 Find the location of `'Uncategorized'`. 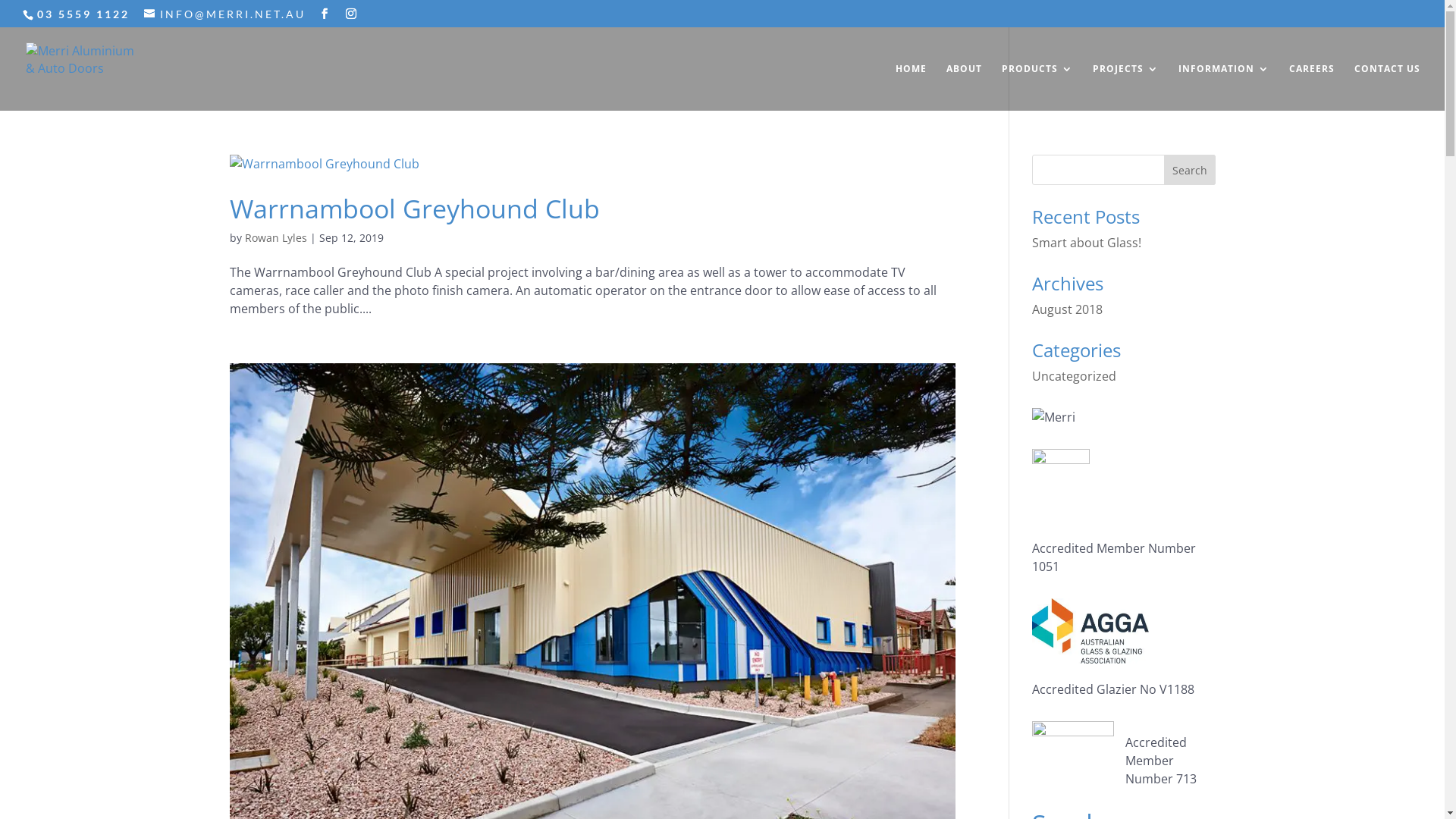

'Uncategorized' is located at coordinates (1073, 375).